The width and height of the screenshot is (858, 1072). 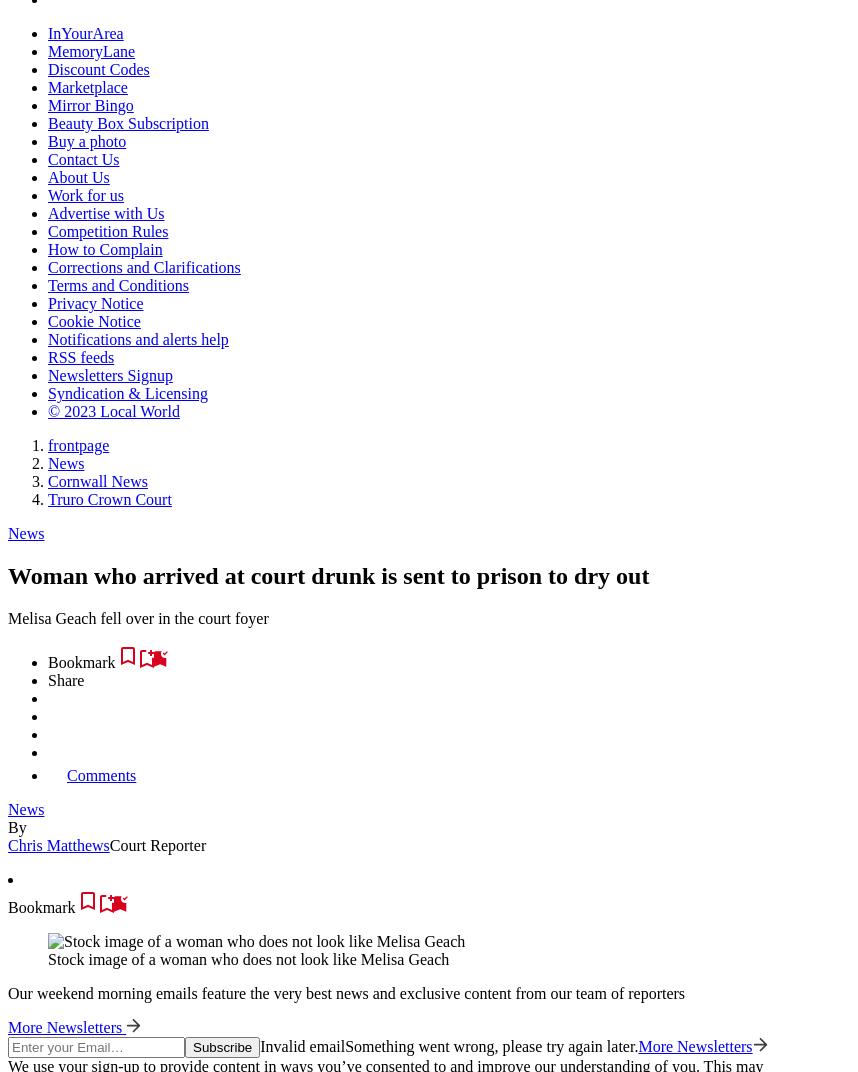 I want to click on 'By', so click(x=16, y=825).